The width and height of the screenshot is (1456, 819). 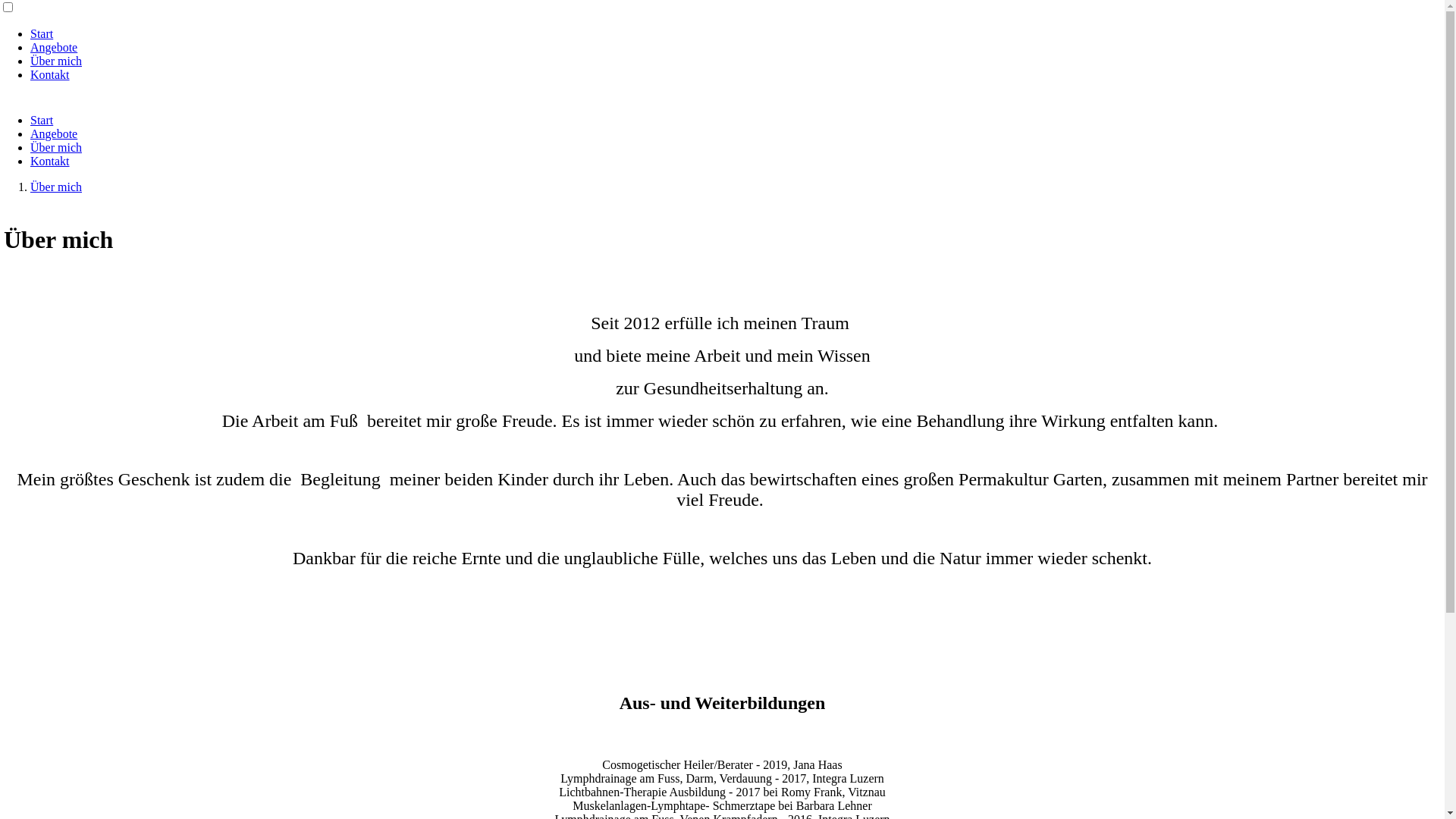 What do you see at coordinates (30, 161) in the screenshot?
I see `'Kontakt'` at bounding box center [30, 161].